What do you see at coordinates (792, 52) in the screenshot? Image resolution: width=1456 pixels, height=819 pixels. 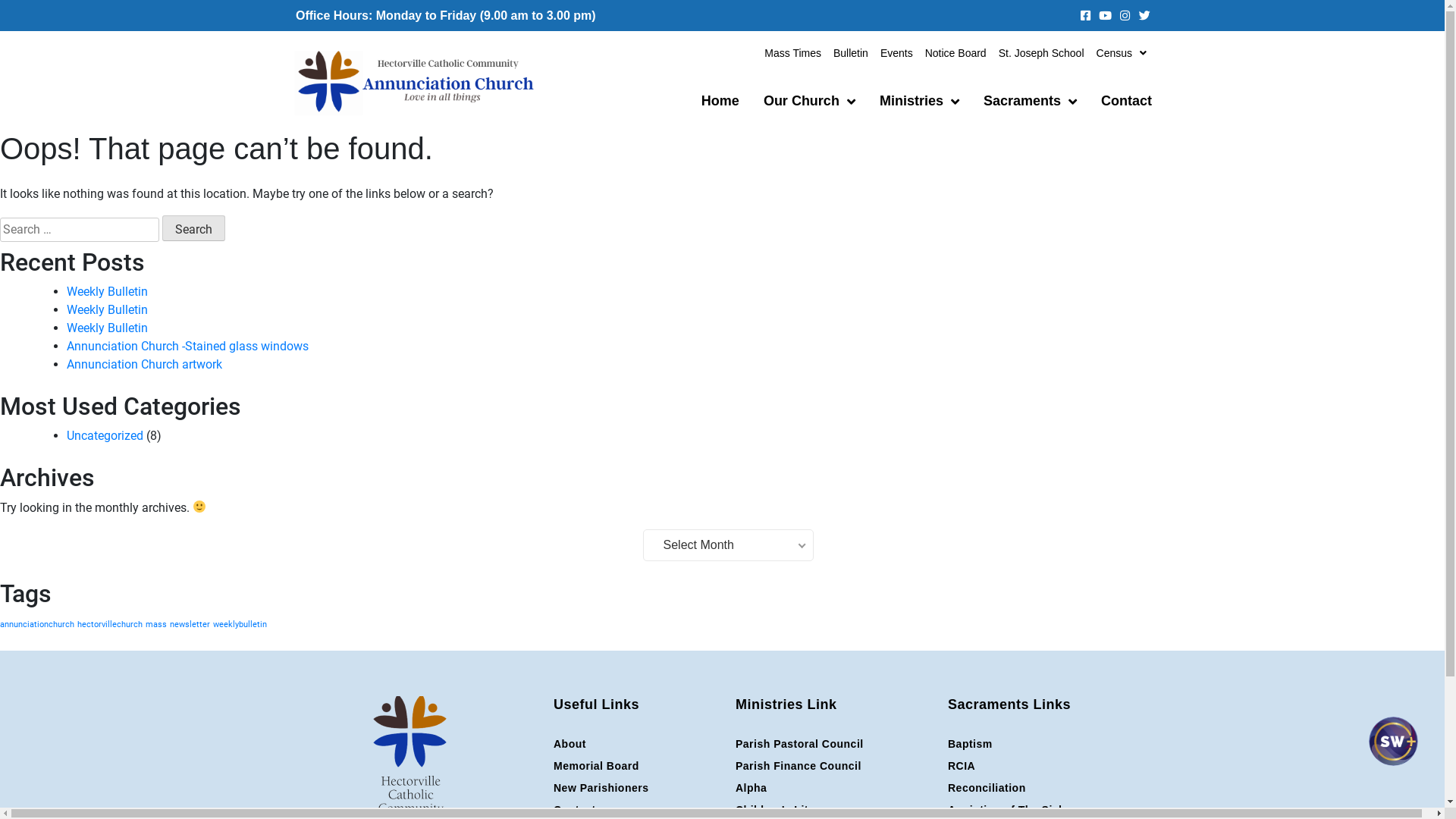 I see `'Mass Times'` at bounding box center [792, 52].